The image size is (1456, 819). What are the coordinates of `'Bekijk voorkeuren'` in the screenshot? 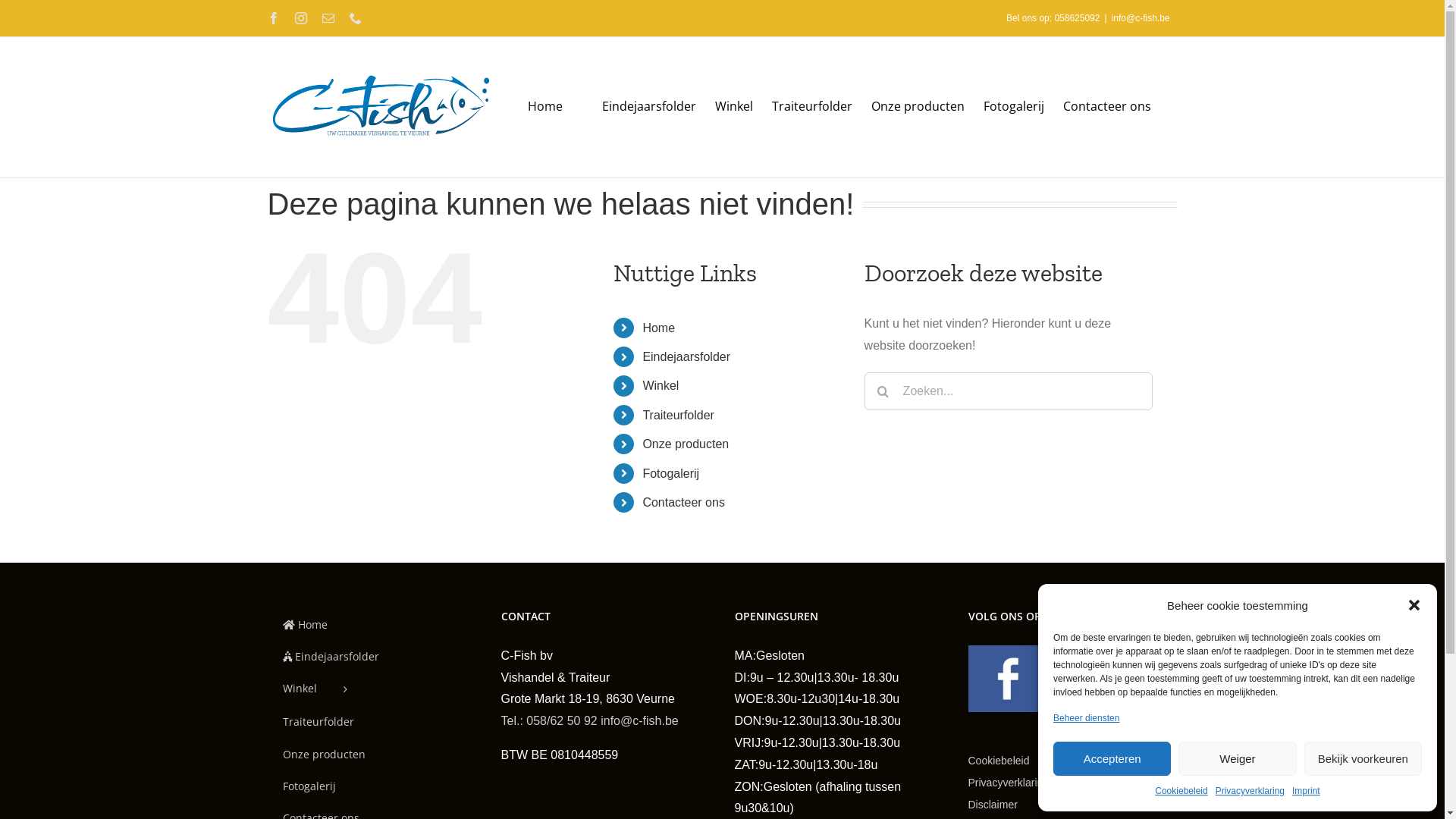 It's located at (1363, 758).